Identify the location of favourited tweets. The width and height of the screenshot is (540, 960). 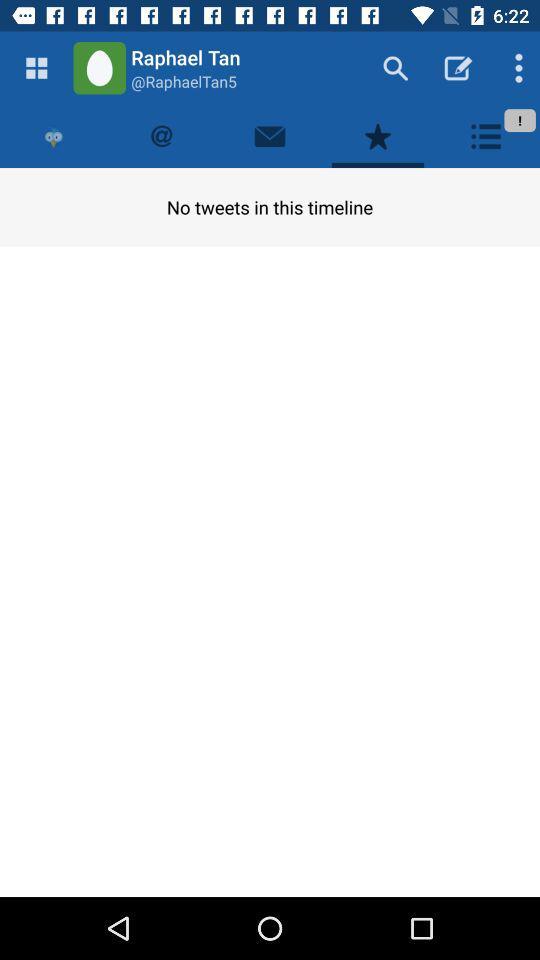
(378, 135).